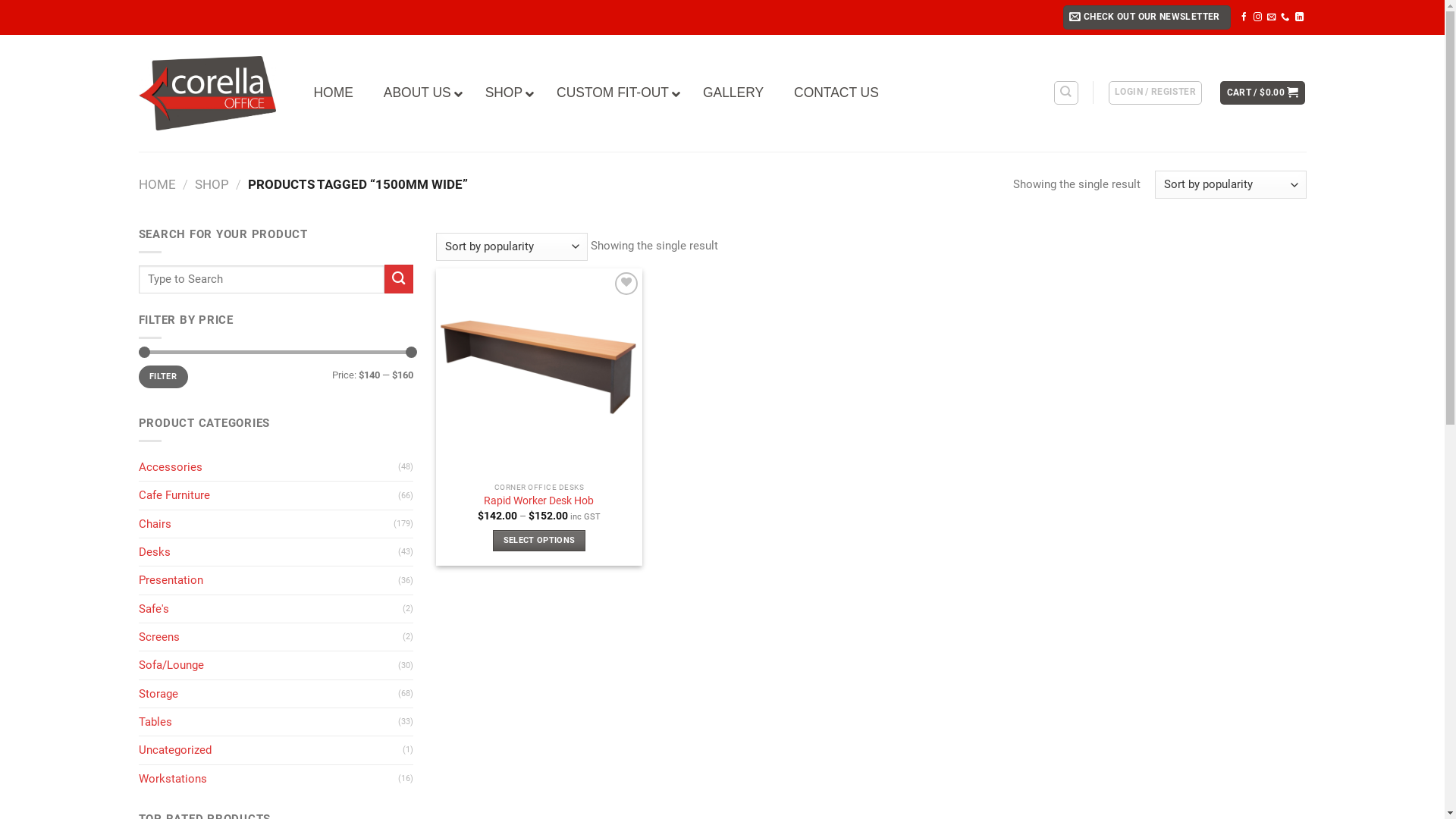 This screenshot has width=1456, height=819. What do you see at coordinates (733, 93) in the screenshot?
I see `'GALLERY'` at bounding box center [733, 93].